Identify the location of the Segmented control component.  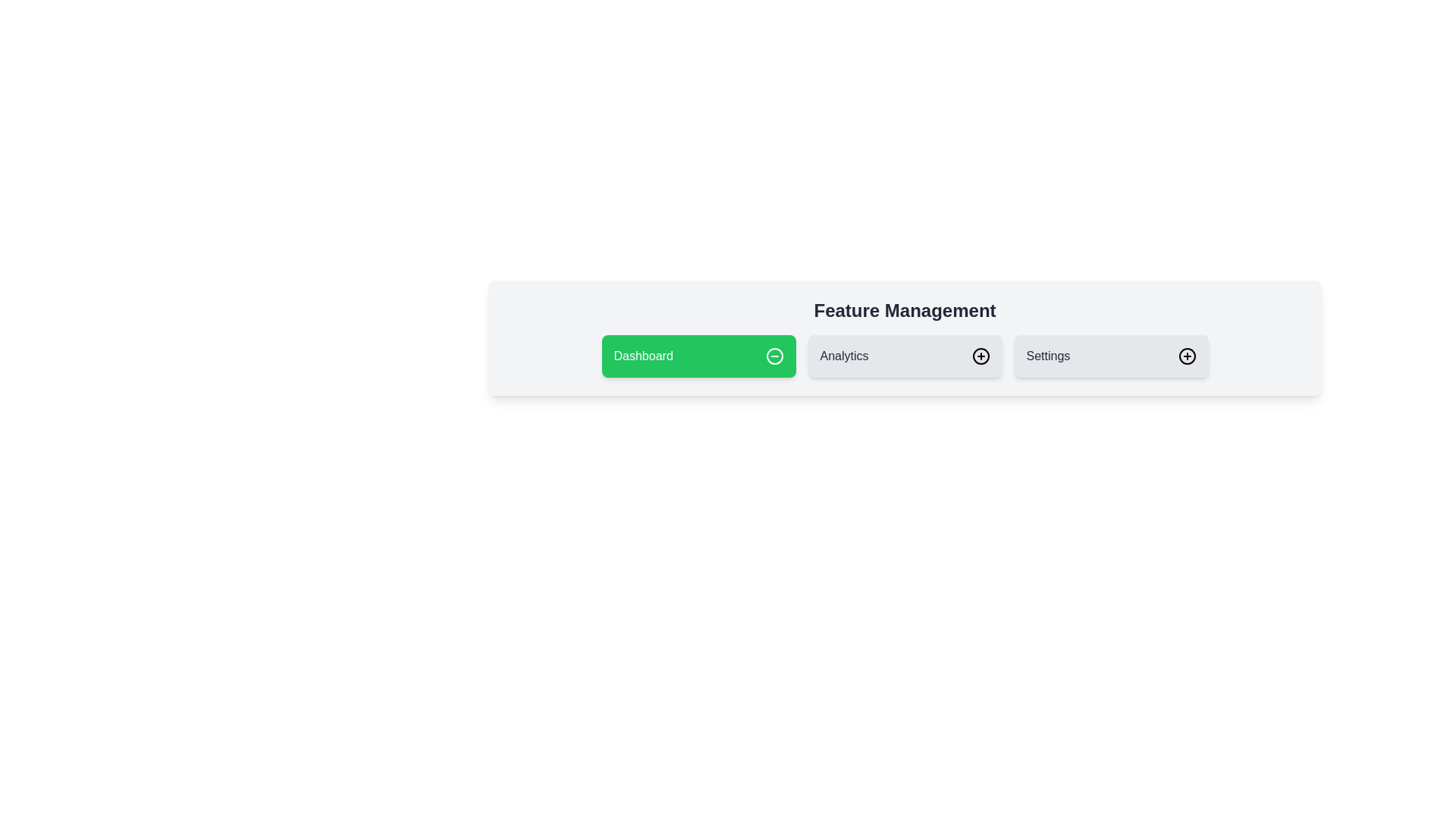
(905, 356).